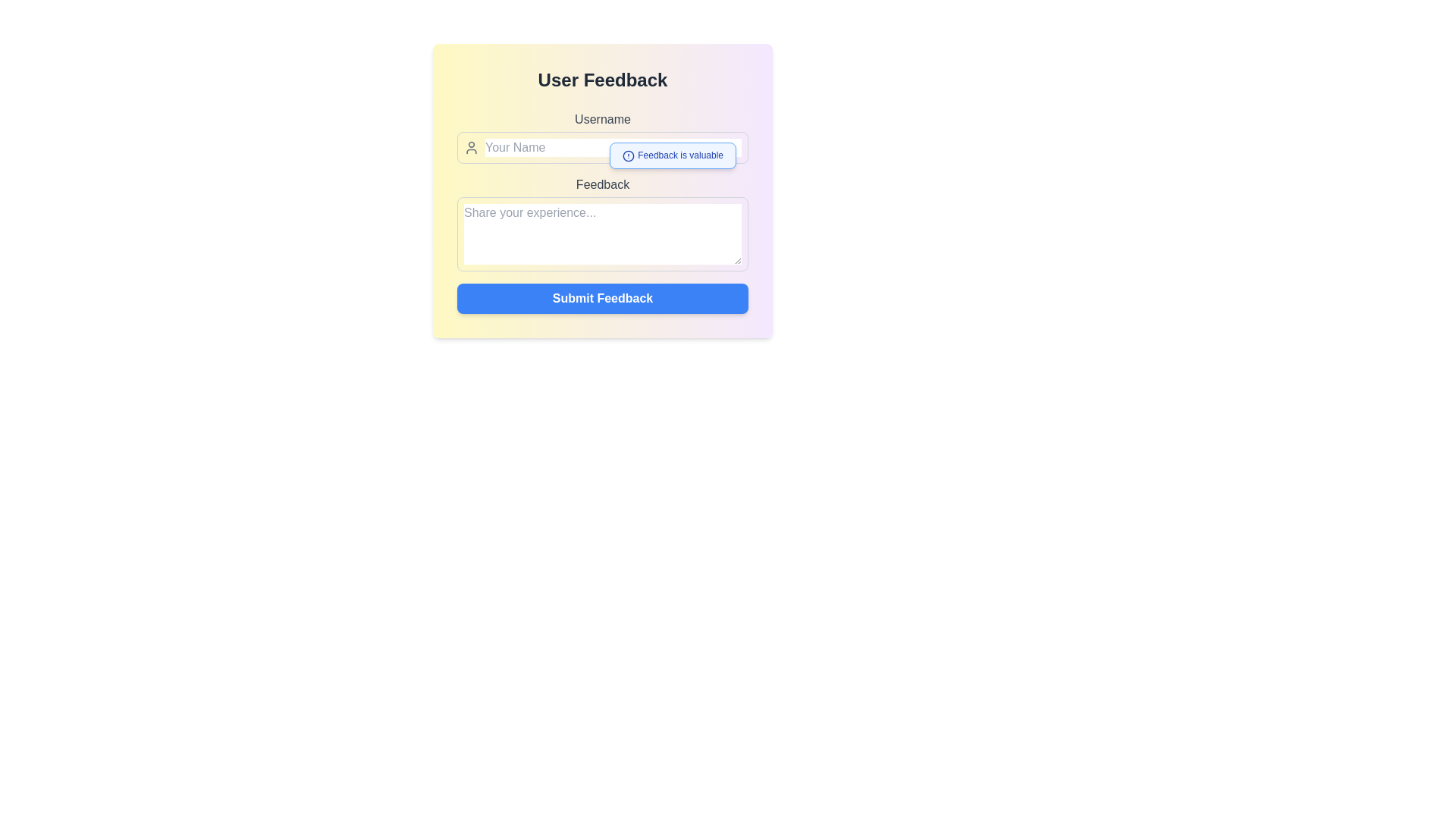 This screenshot has width=1456, height=819. What do you see at coordinates (471, 148) in the screenshot?
I see `the user profile icon located in the top-left corner of the input field group, adjacent to the 'Your Name' text input placeholder` at bounding box center [471, 148].